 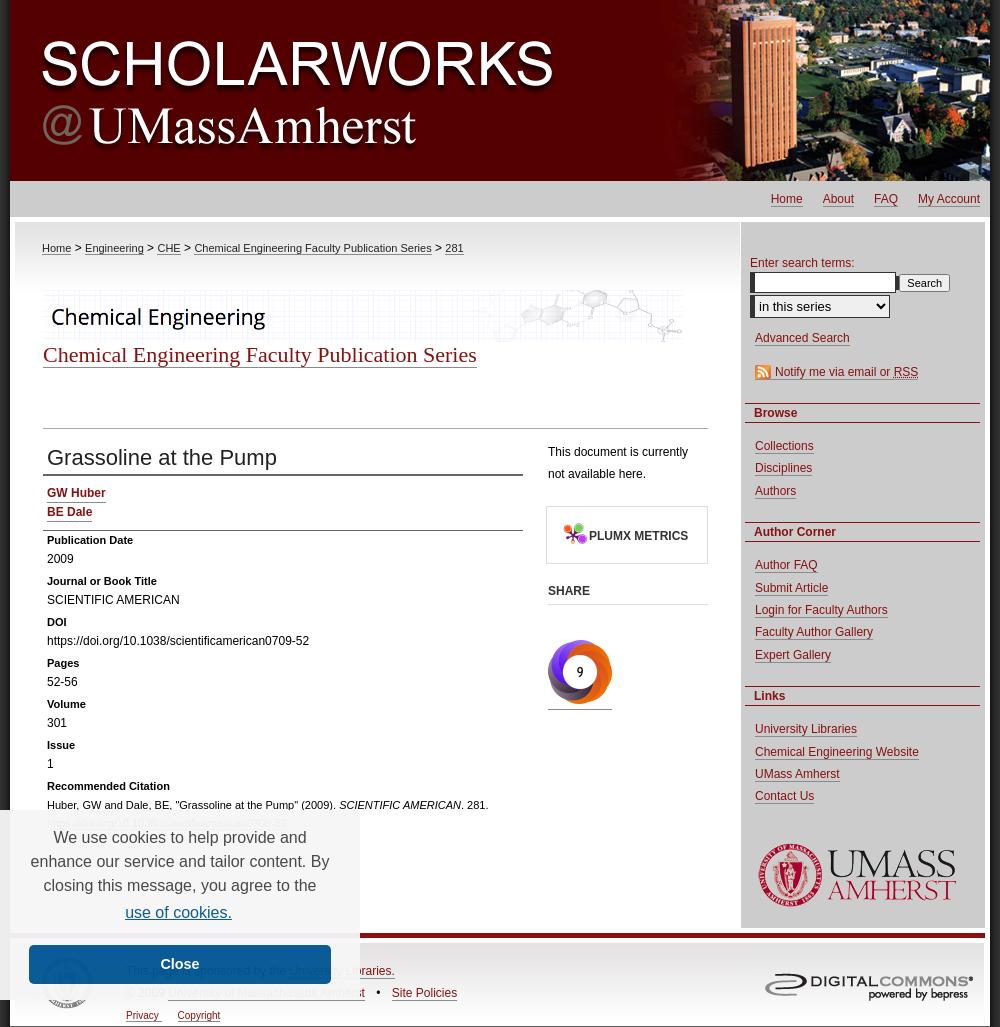 I want to click on '2009', so click(x=60, y=557).